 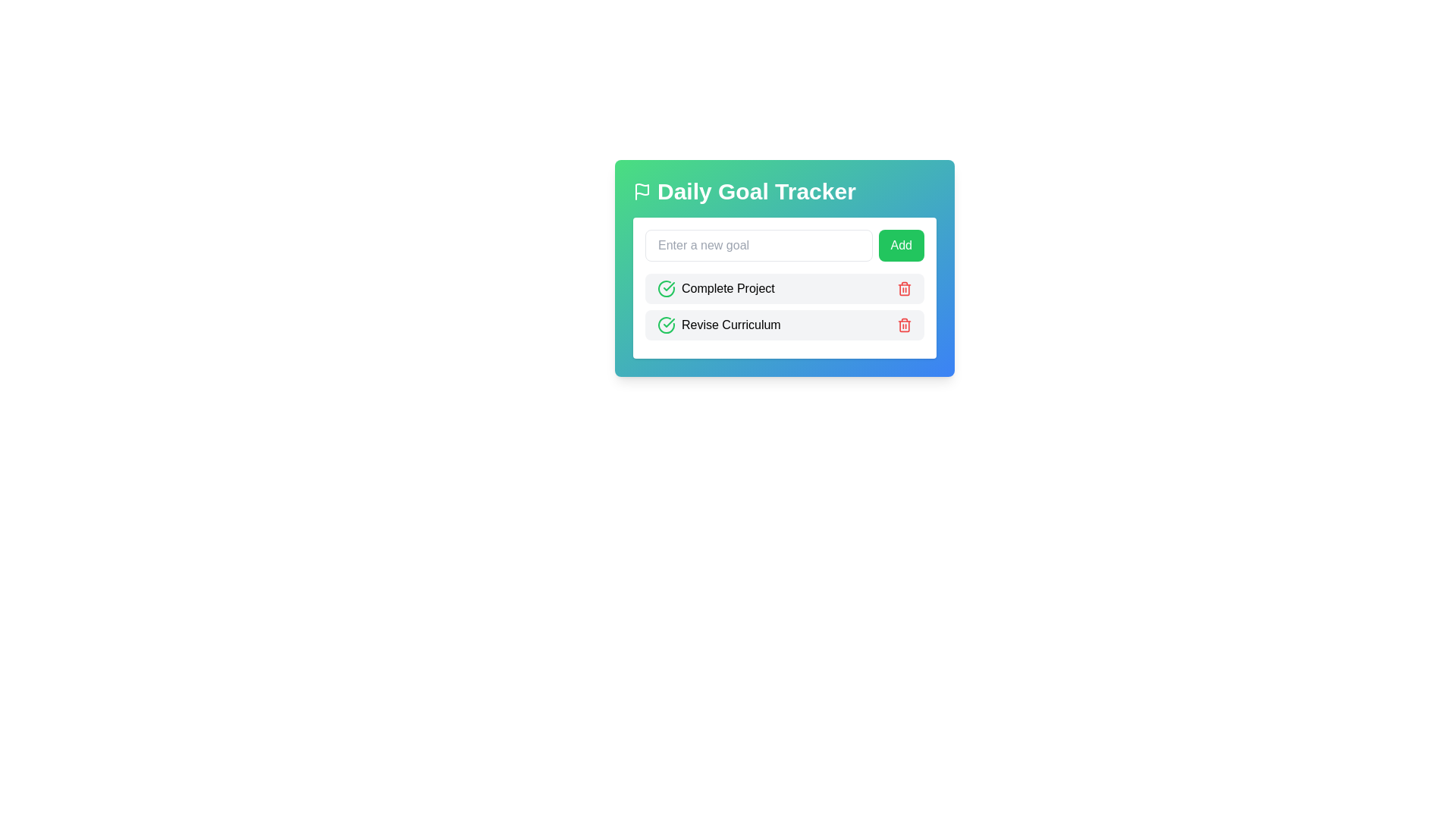 I want to click on the green circular icon with a tick to mark the task as complete, located to the left of the 'Complete Project' text, so click(x=666, y=289).